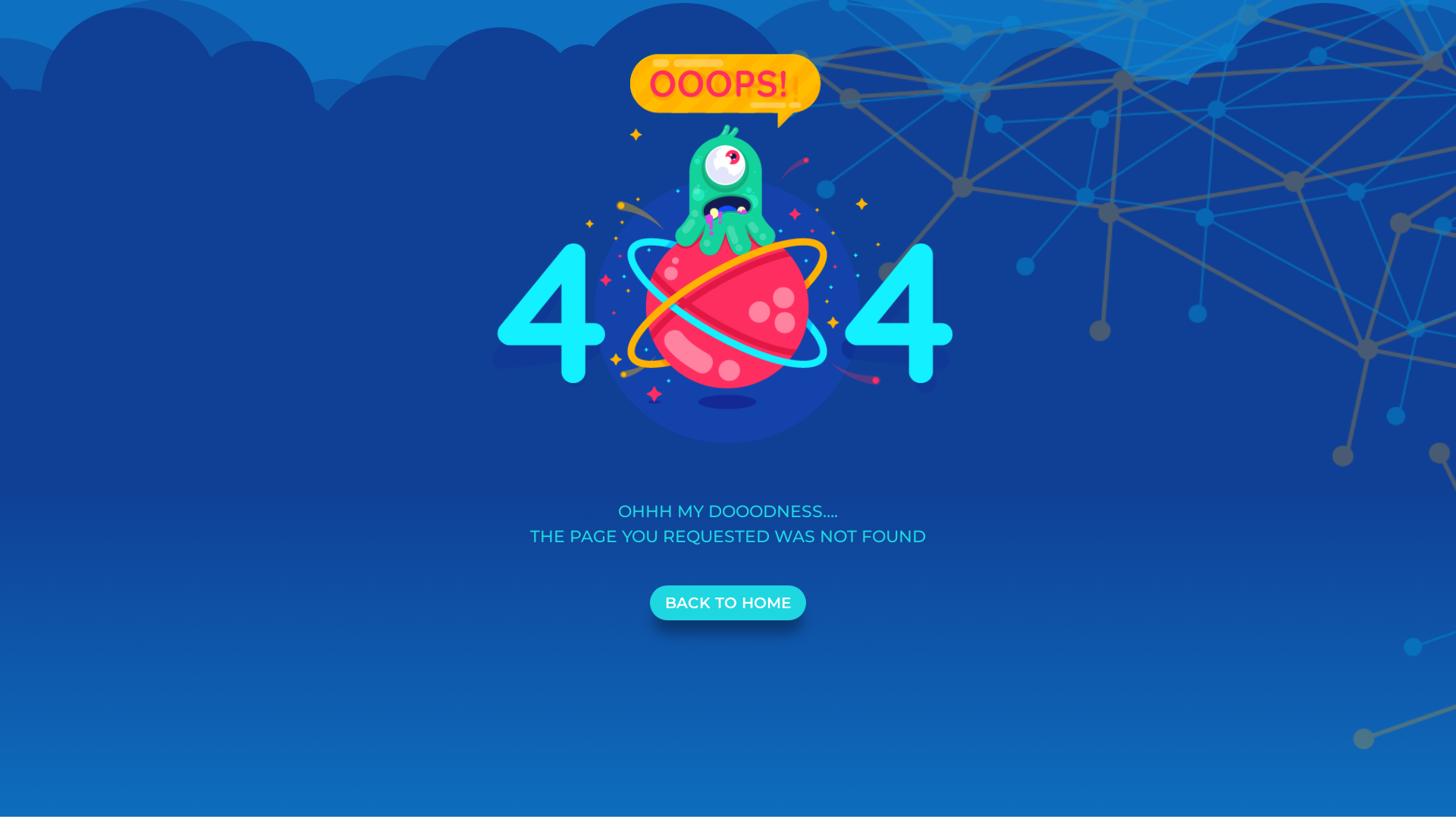  Describe the element at coordinates (728, 601) in the screenshot. I see `'BACK TO HOME'` at that location.